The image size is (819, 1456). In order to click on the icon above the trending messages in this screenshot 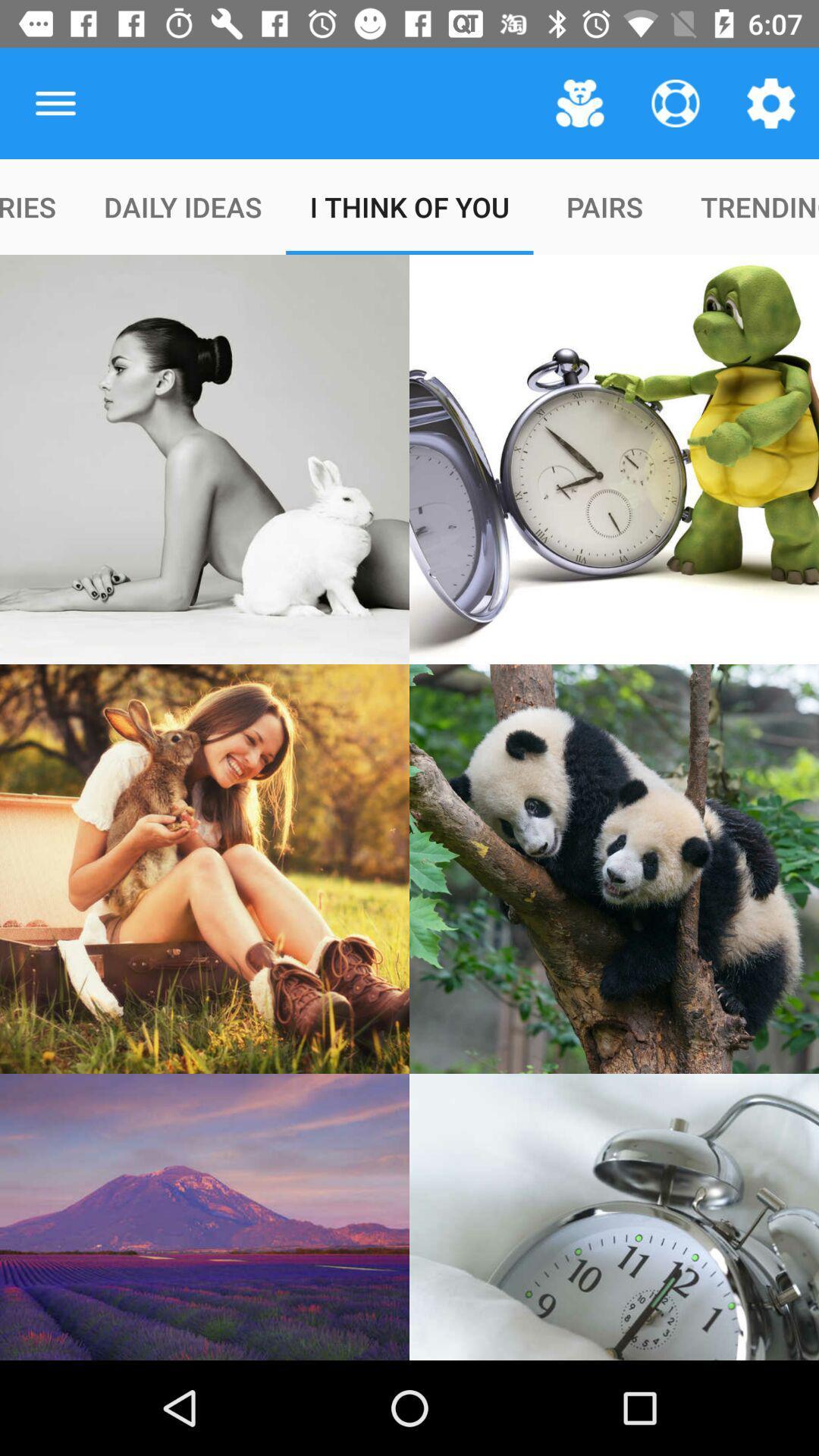, I will do `click(771, 102)`.